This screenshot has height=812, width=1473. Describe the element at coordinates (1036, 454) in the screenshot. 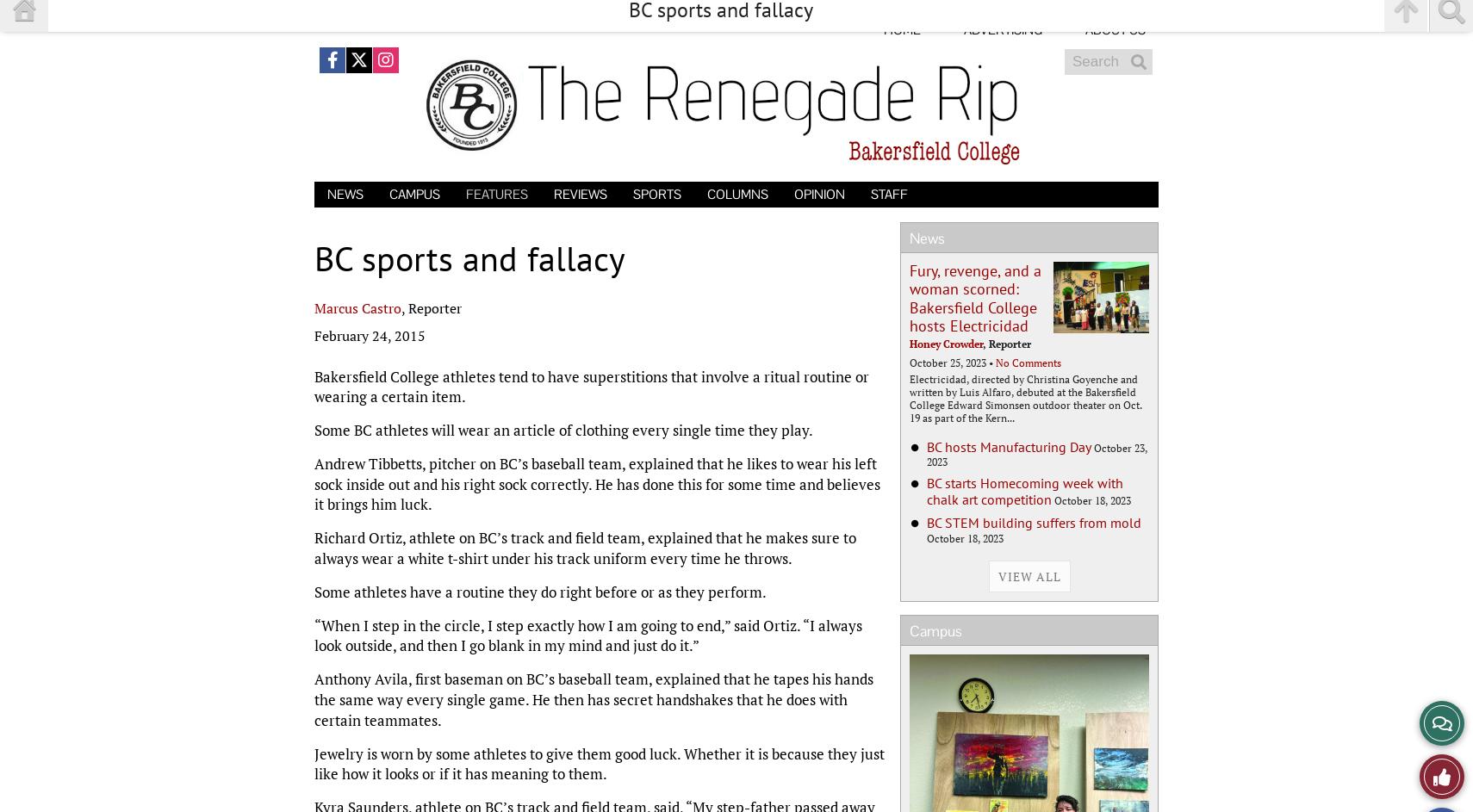

I see `'October 23, 2023'` at that location.